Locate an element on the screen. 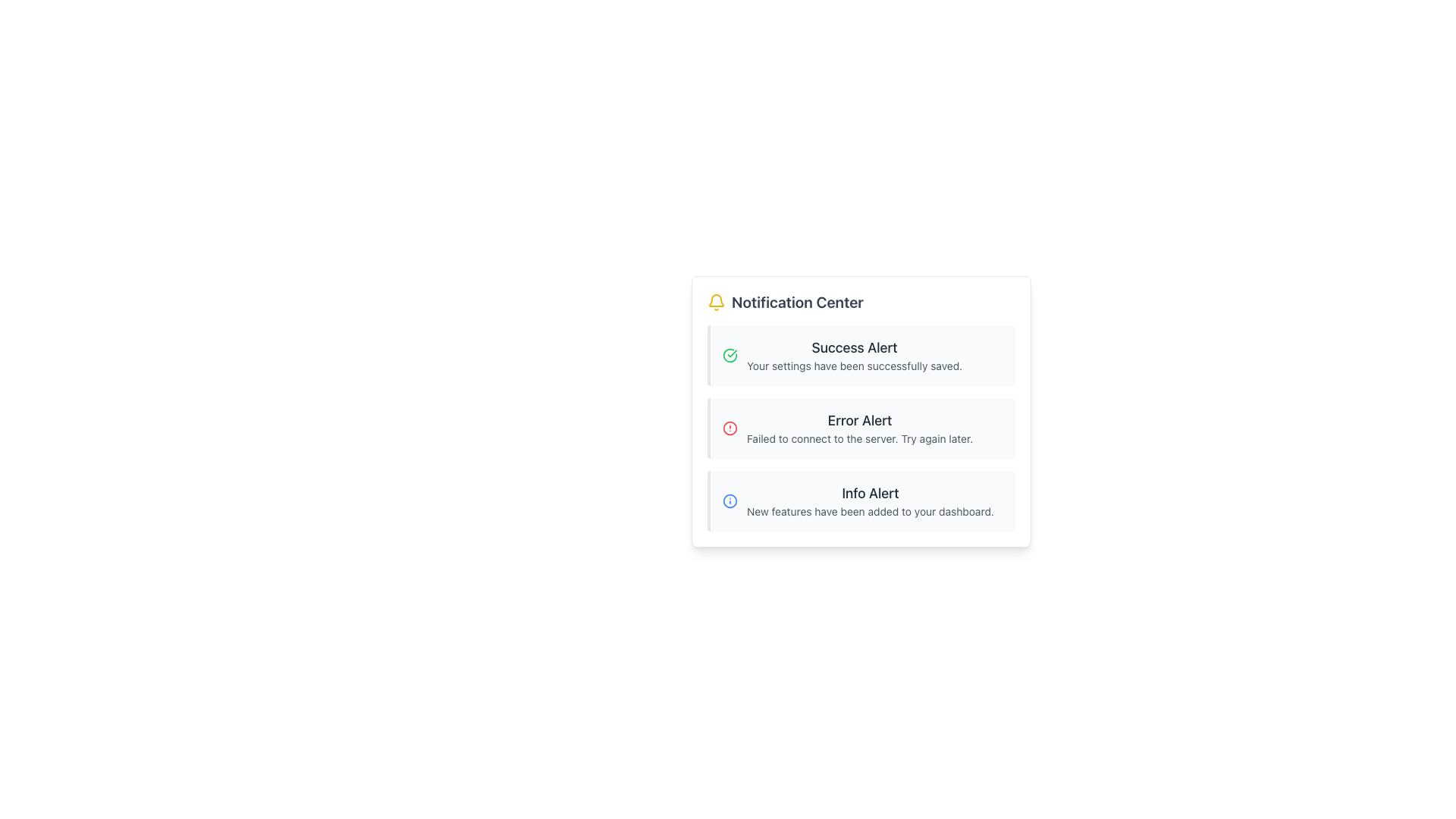  text content of the 'Notification Center' header, which is displayed in bold, dark gray font at the top of a white card interface is located at coordinates (861, 302).